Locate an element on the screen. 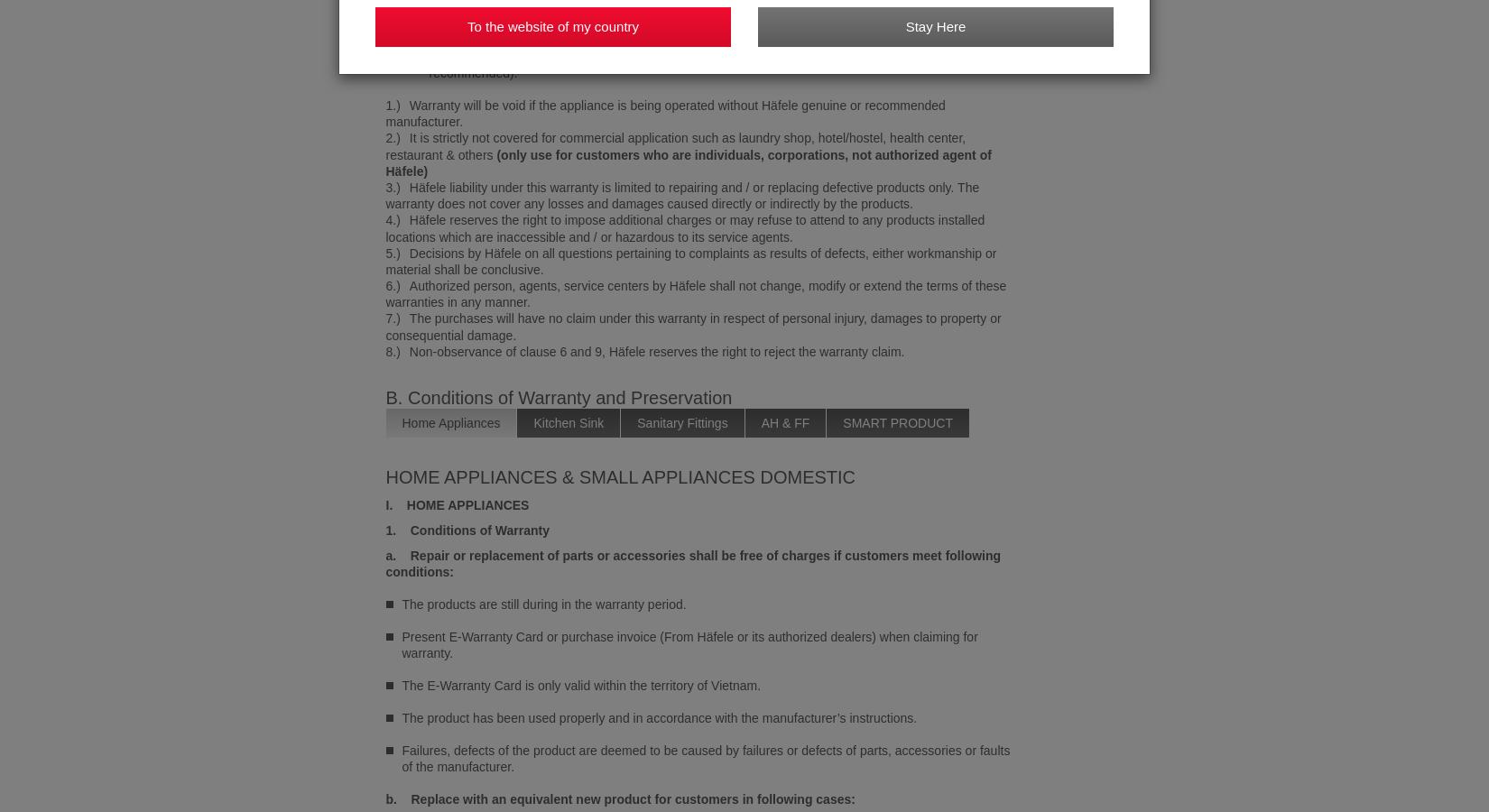  'Sanitary Fittings' is located at coordinates (636, 421).